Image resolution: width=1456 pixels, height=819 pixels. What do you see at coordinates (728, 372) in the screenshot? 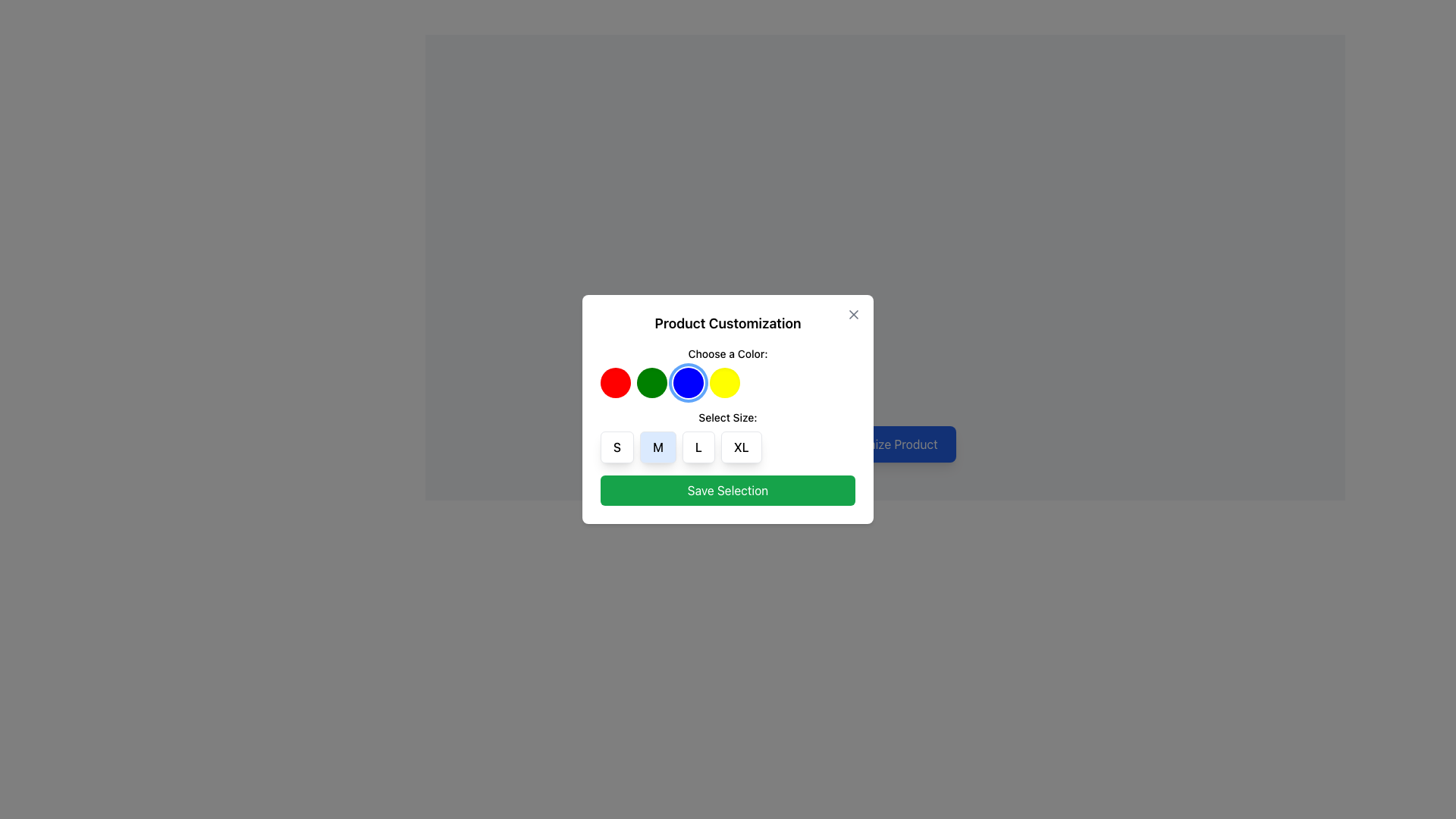
I see `the circular color button in the 'Choose a Color:' section` at bounding box center [728, 372].